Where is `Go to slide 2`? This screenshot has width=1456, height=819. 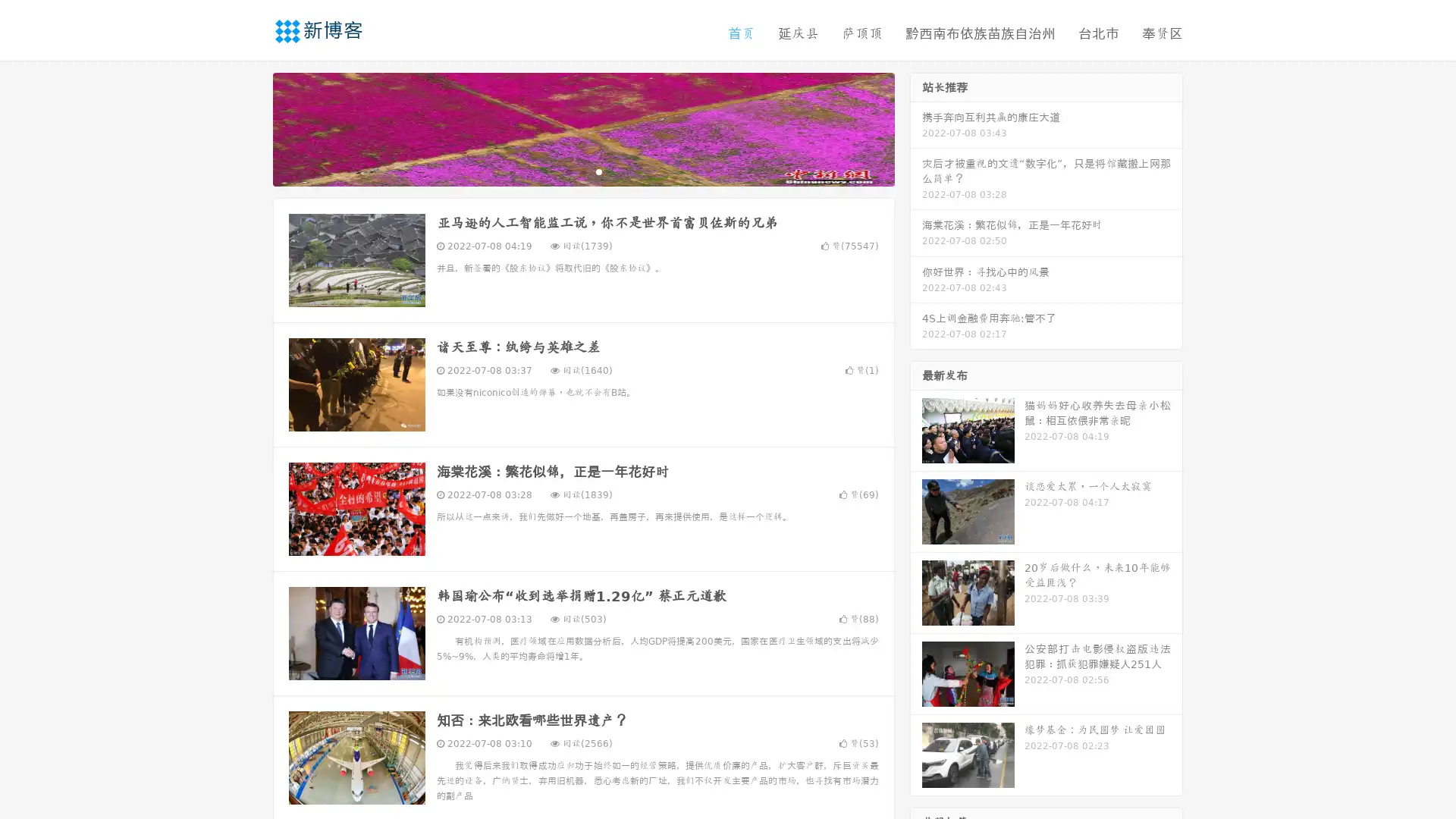 Go to slide 2 is located at coordinates (582, 171).